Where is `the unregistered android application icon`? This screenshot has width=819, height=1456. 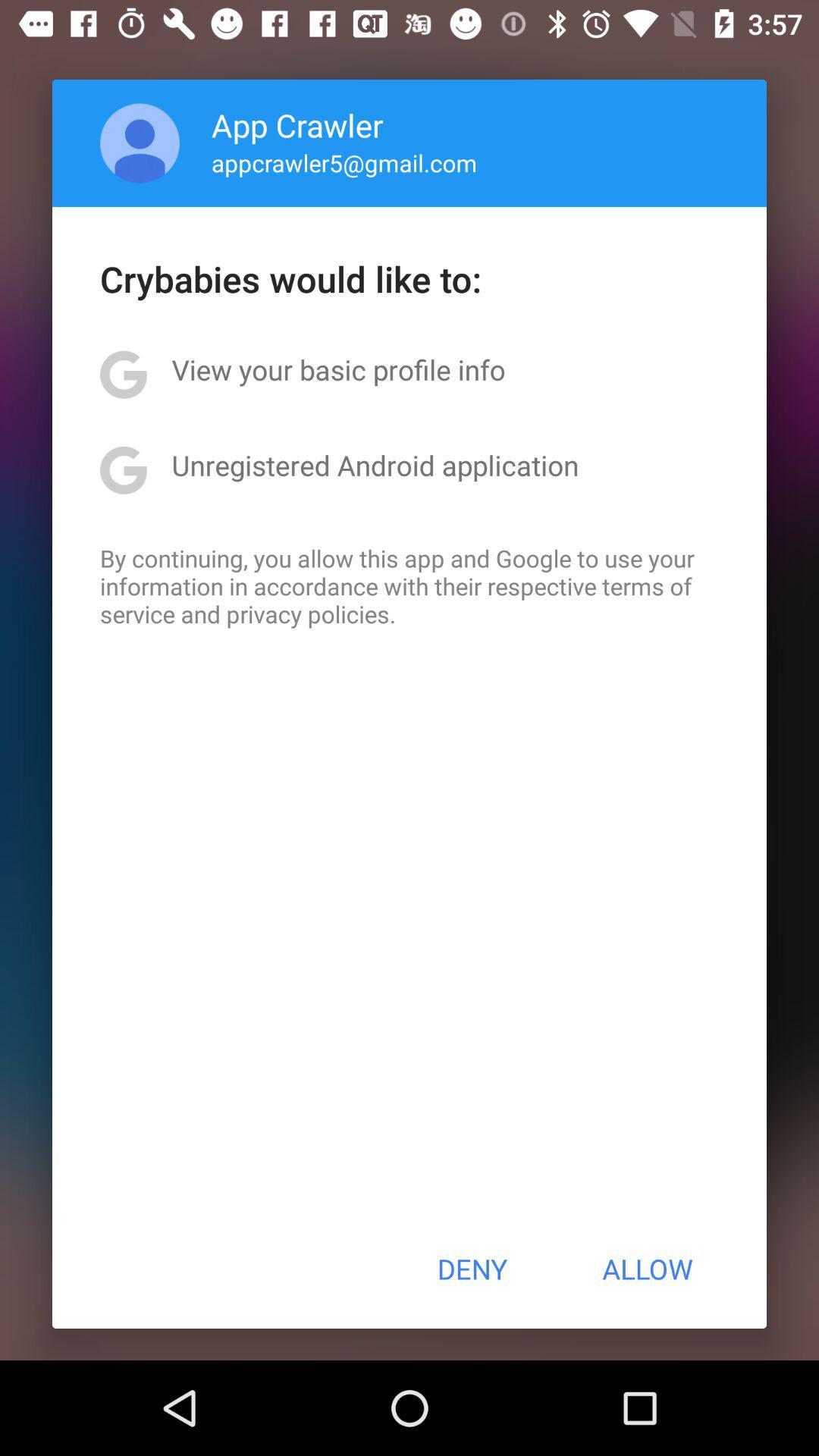
the unregistered android application icon is located at coordinates (375, 464).